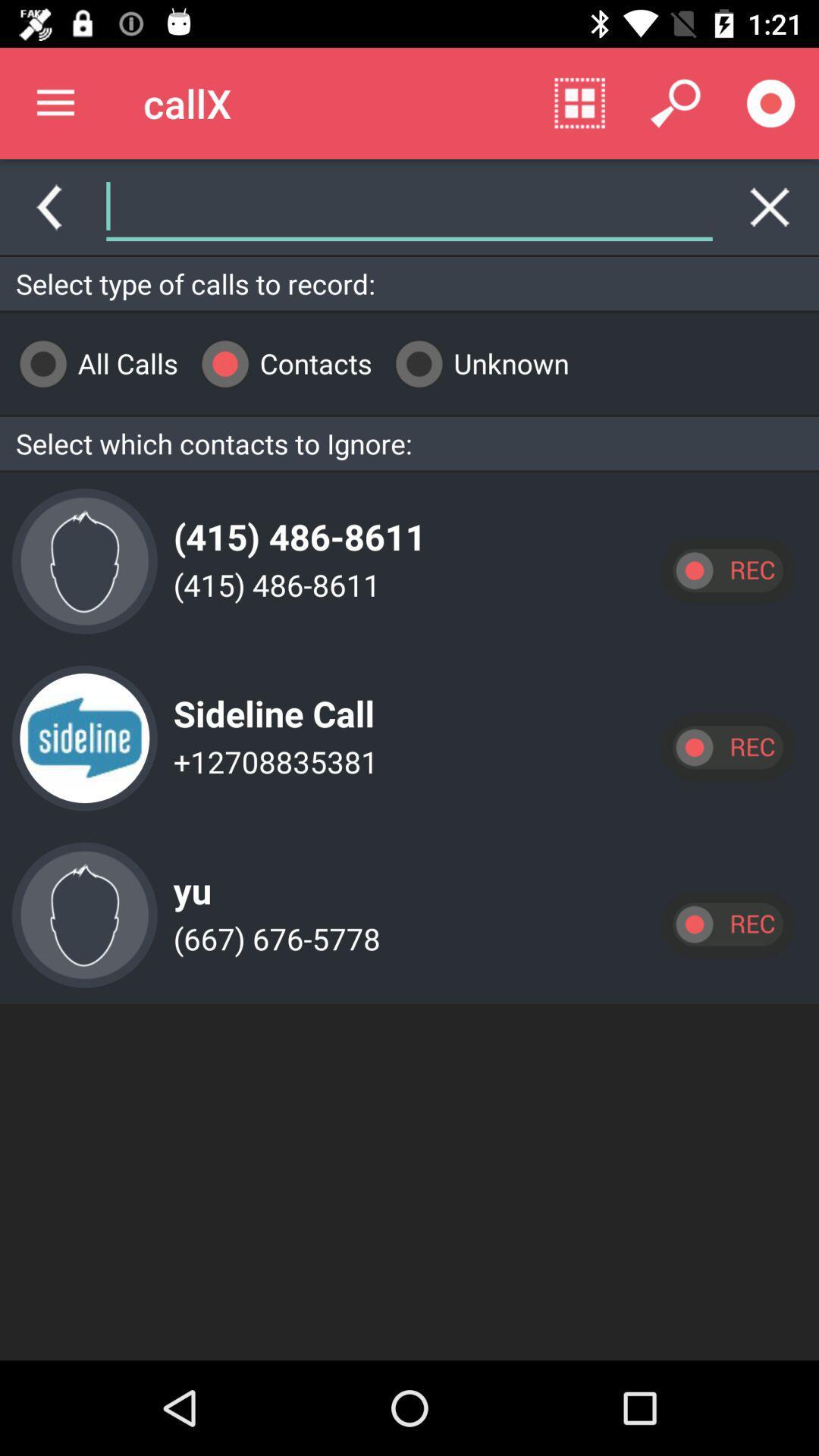 The height and width of the screenshot is (1456, 819). I want to click on icon above the select type of, so click(572, 206).